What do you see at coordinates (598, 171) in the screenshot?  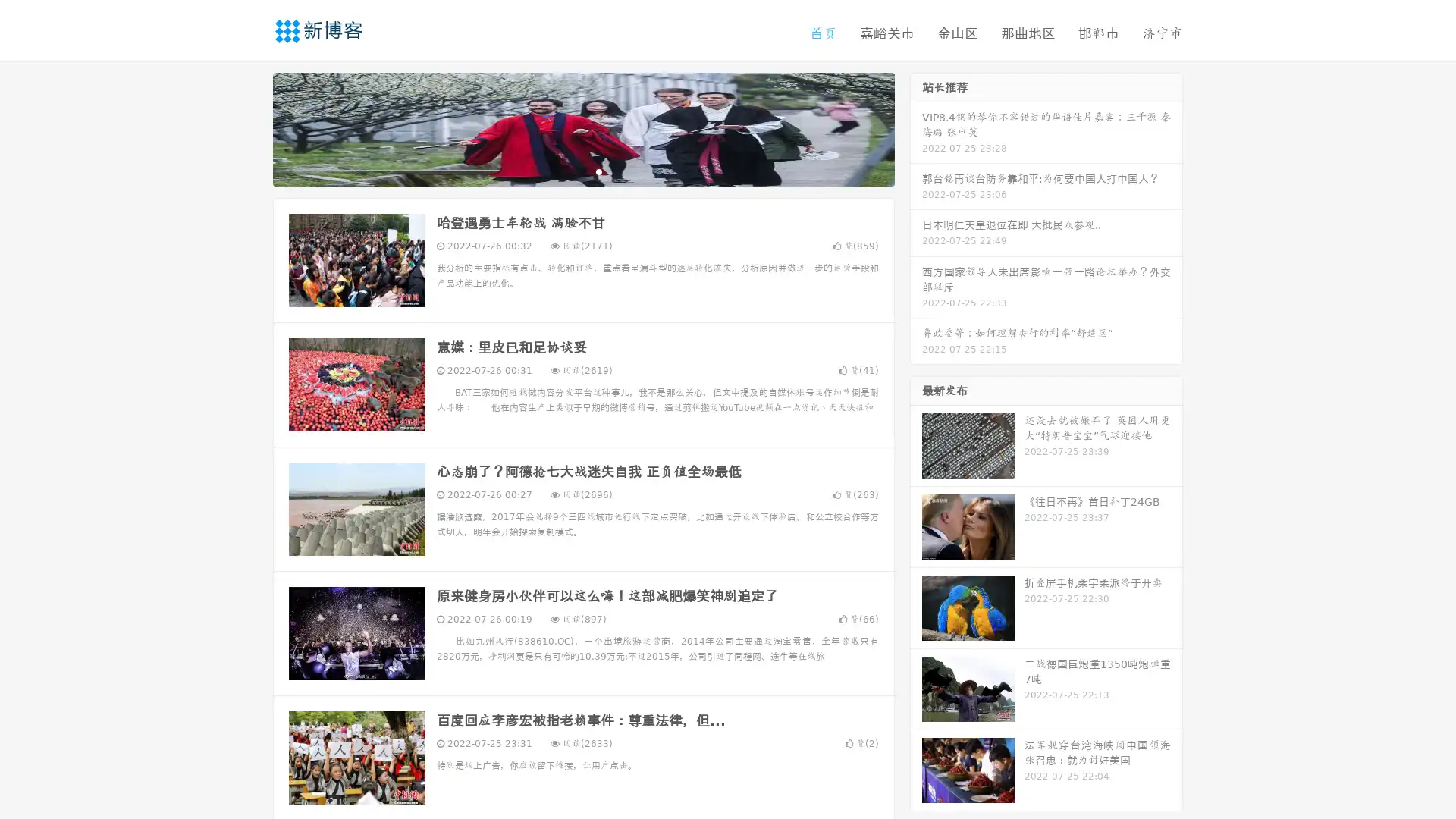 I see `Go to slide 3` at bounding box center [598, 171].